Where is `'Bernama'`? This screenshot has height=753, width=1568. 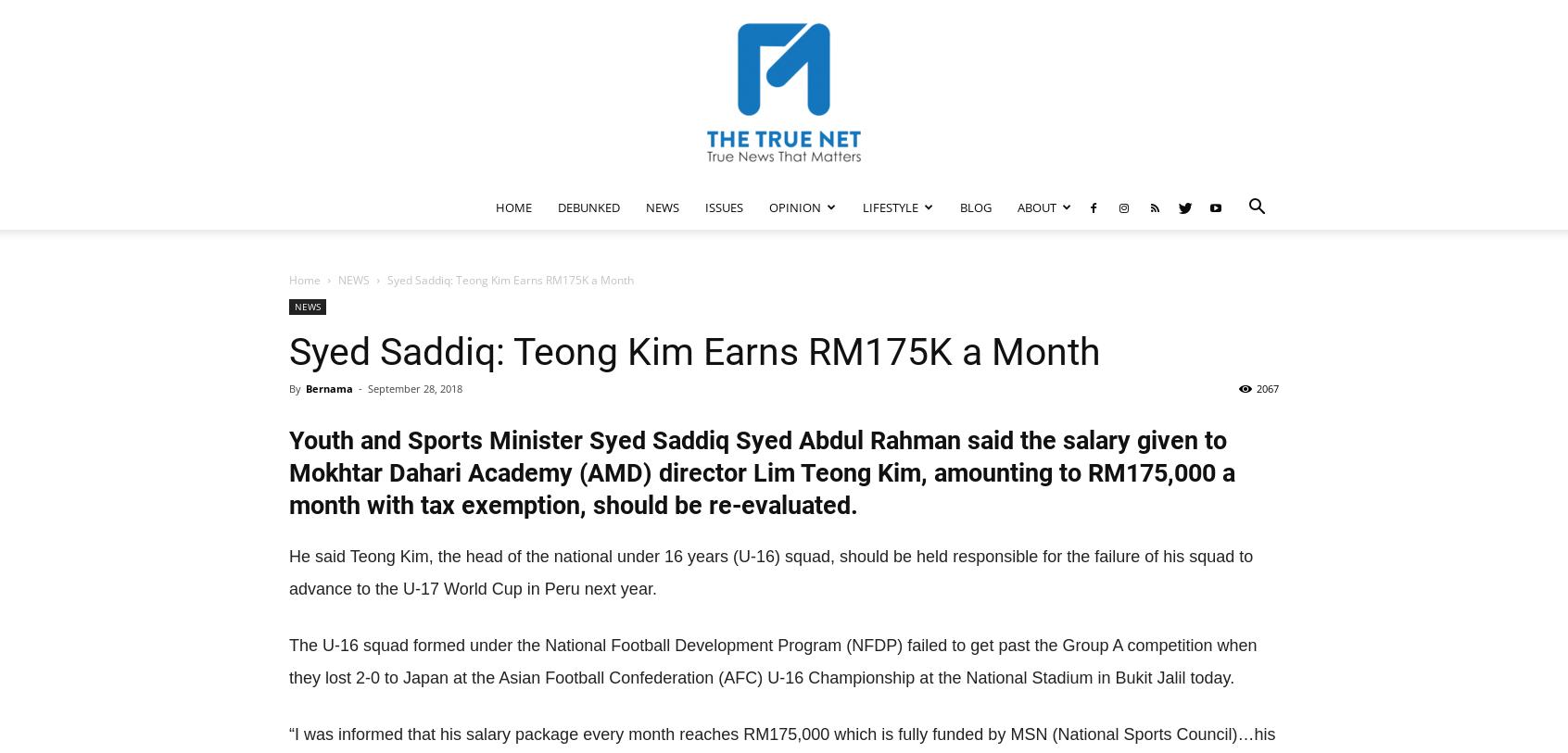
'Bernama' is located at coordinates (329, 388).